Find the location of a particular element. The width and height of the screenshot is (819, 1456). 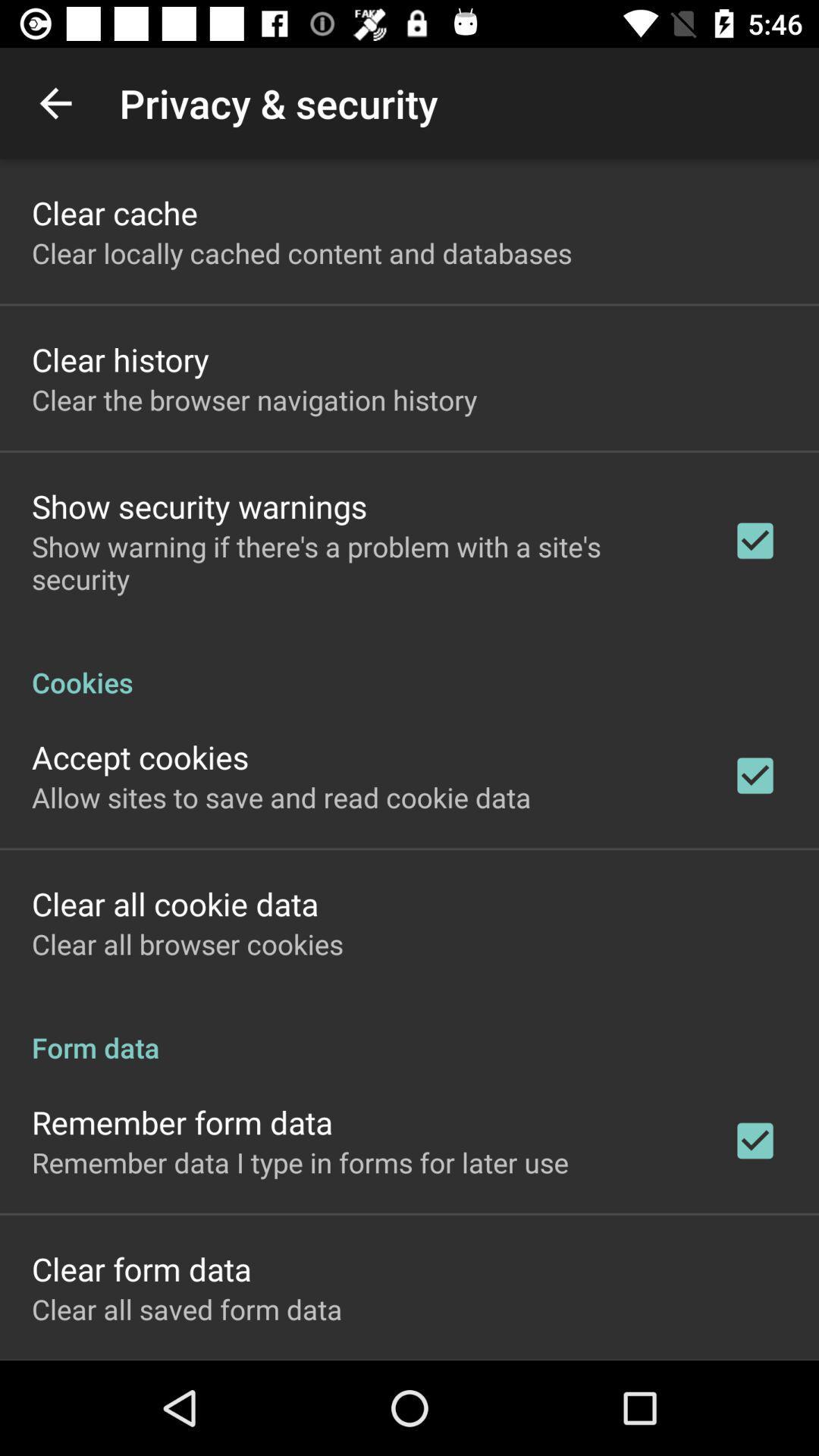

app above clear history icon is located at coordinates (302, 253).